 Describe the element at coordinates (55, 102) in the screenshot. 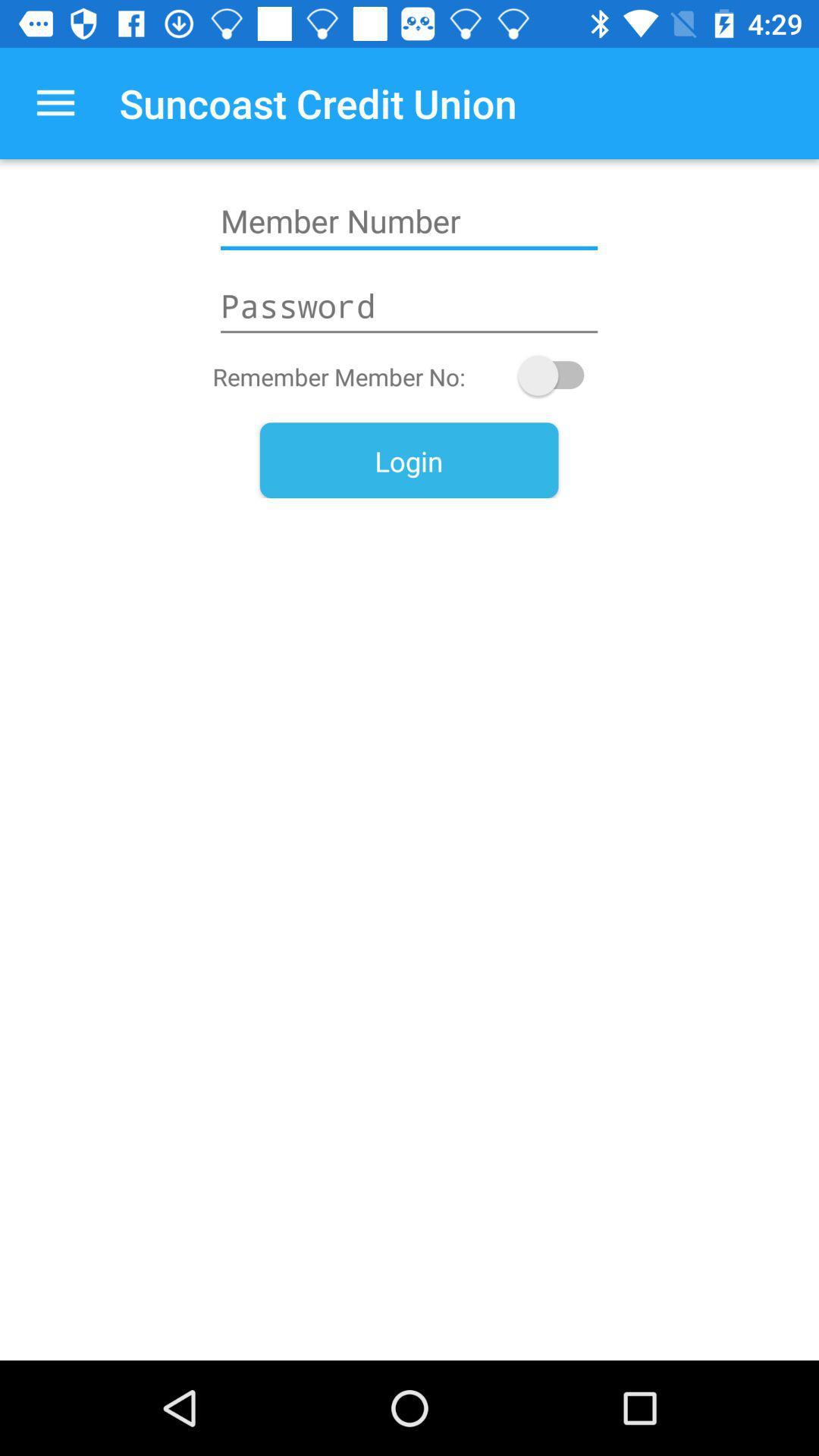

I see `the app next to suncoast credit union icon` at that location.